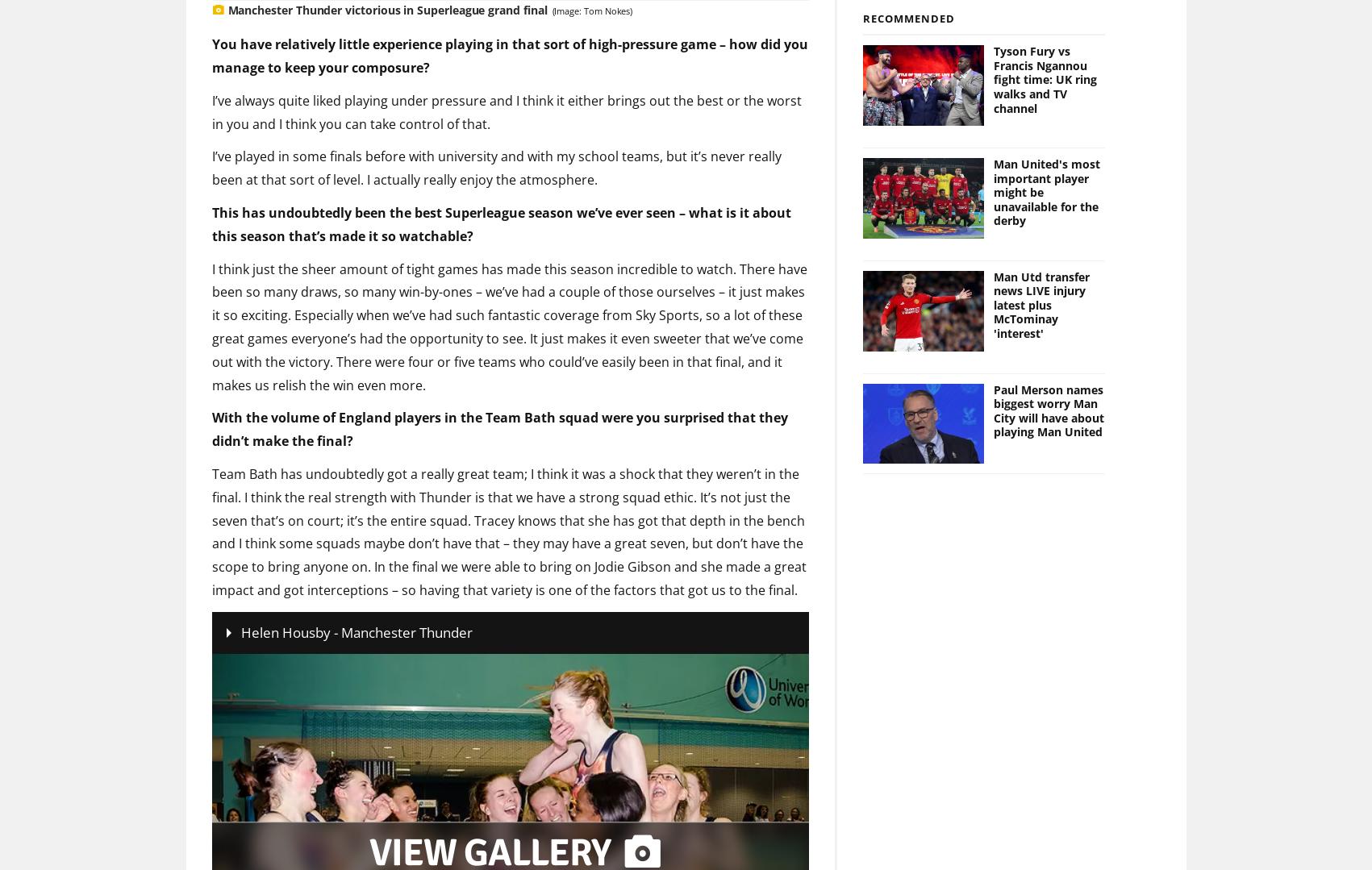  What do you see at coordinates (994, 277) in the screenshot?
I see `'Man Utd transfer news LIVE injury latest plus McTominay 'interest''` at bounding box center [994, 277].